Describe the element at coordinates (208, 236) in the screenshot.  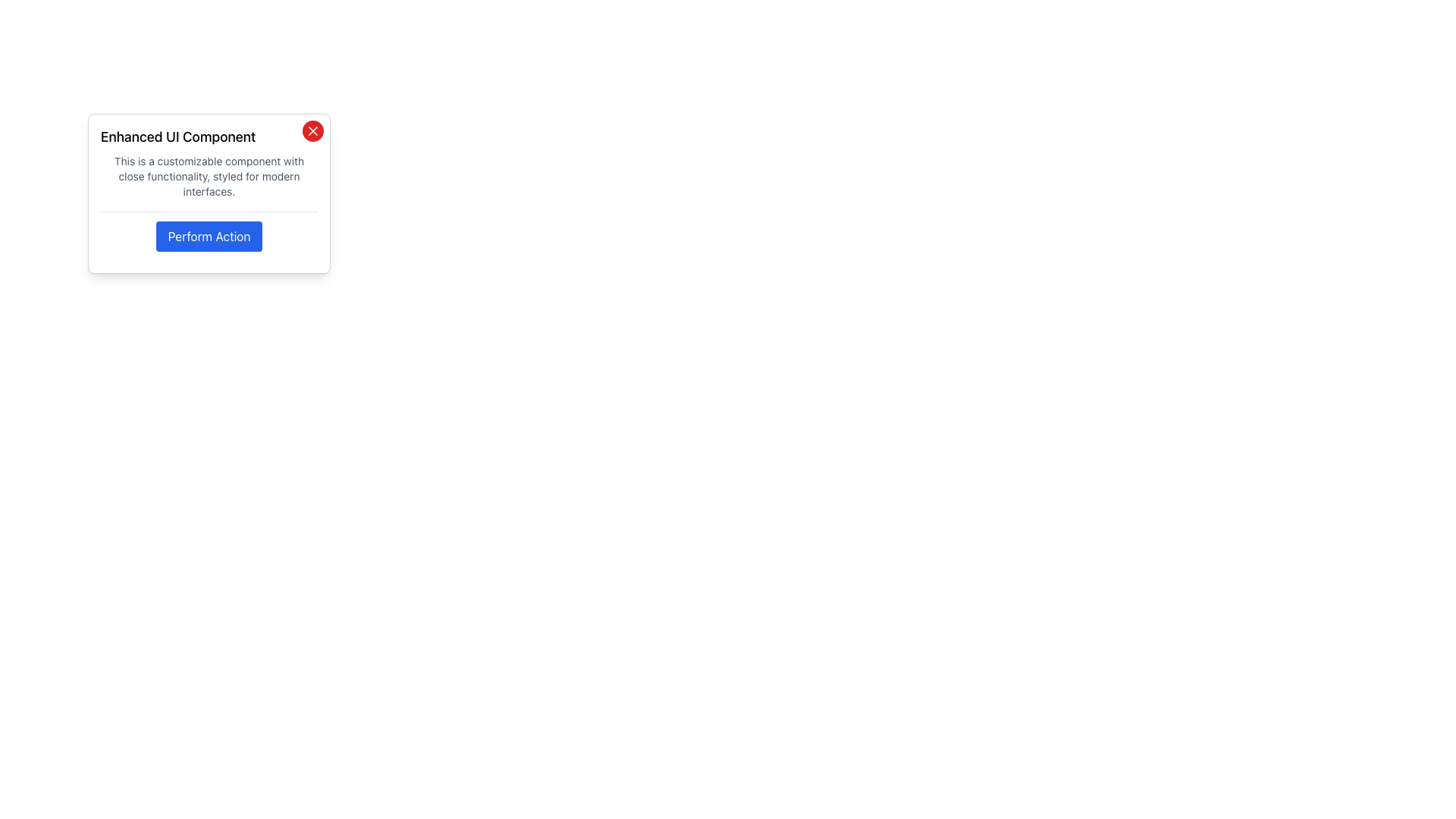
I see `the button that triggers the 'Perform Action' functionality within the 'Enhanced UI Component' card` at that location.